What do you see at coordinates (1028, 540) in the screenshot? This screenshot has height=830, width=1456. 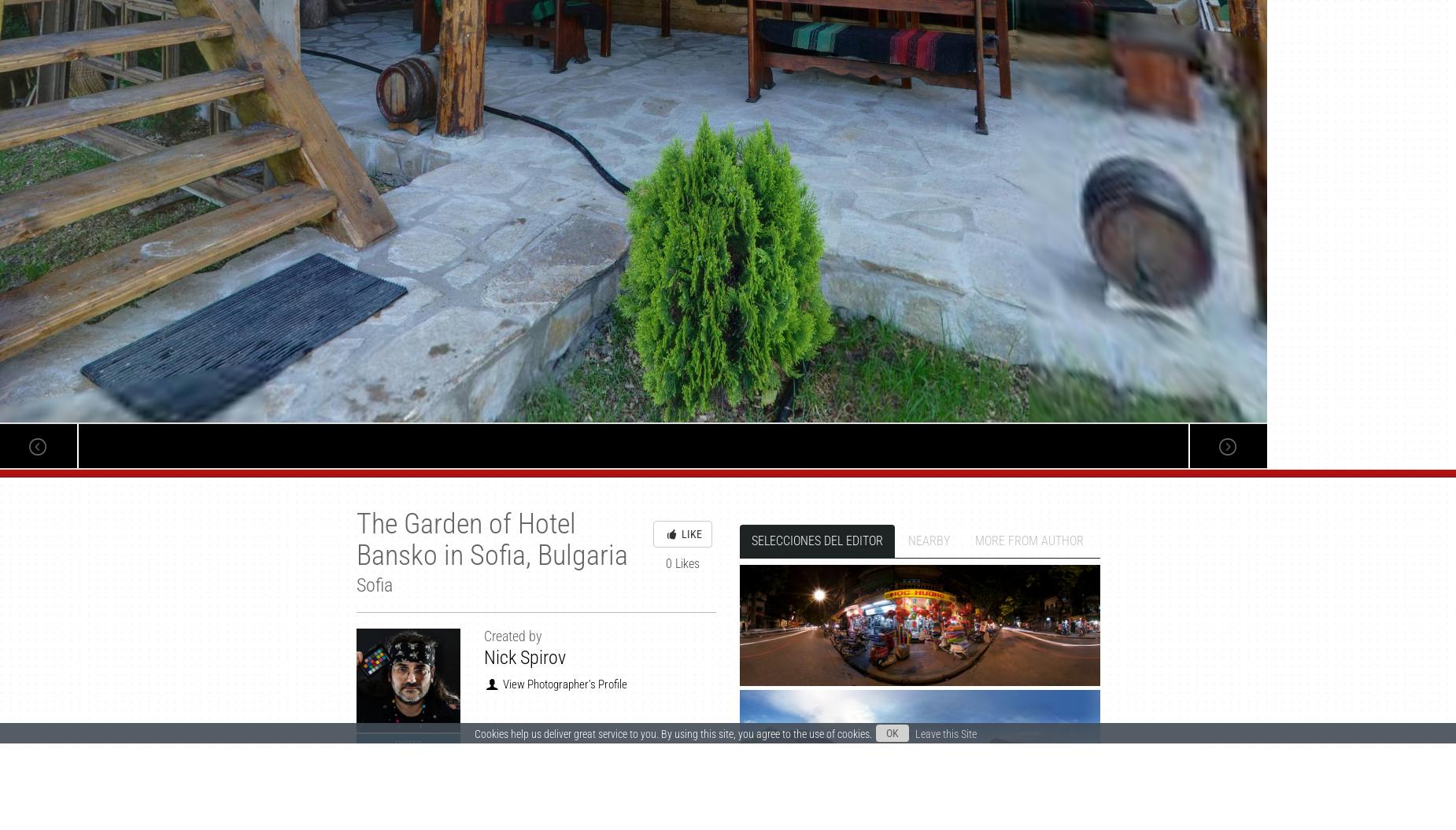 I see `'More from author'` at bounding box center [1028, 540].